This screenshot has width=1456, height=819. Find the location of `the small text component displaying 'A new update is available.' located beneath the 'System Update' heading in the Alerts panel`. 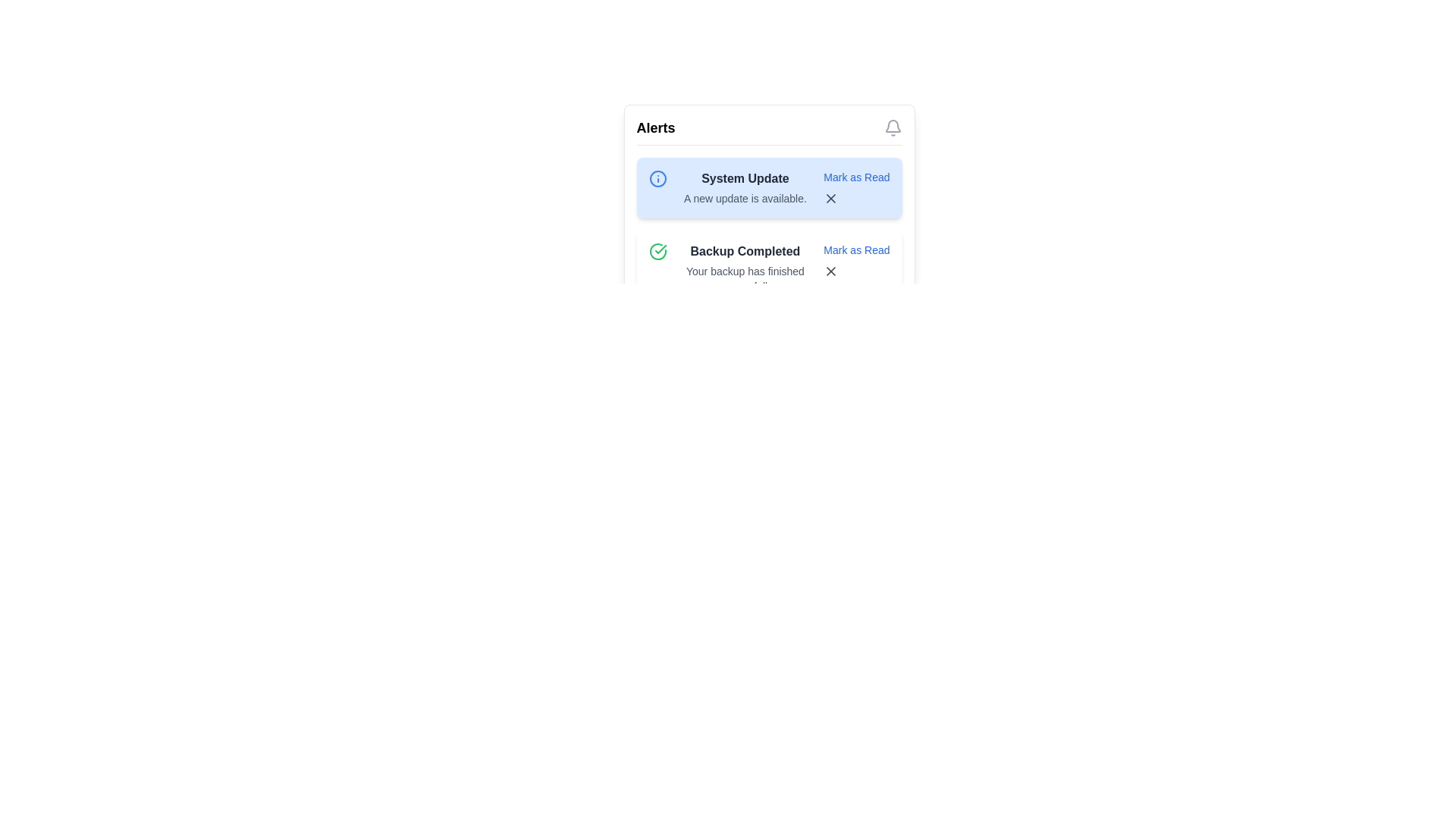

the small text component displaying 'A new update is available.' located beneath the 'System Update' heading in the Alerts panel is located at coordinates (745, 198).